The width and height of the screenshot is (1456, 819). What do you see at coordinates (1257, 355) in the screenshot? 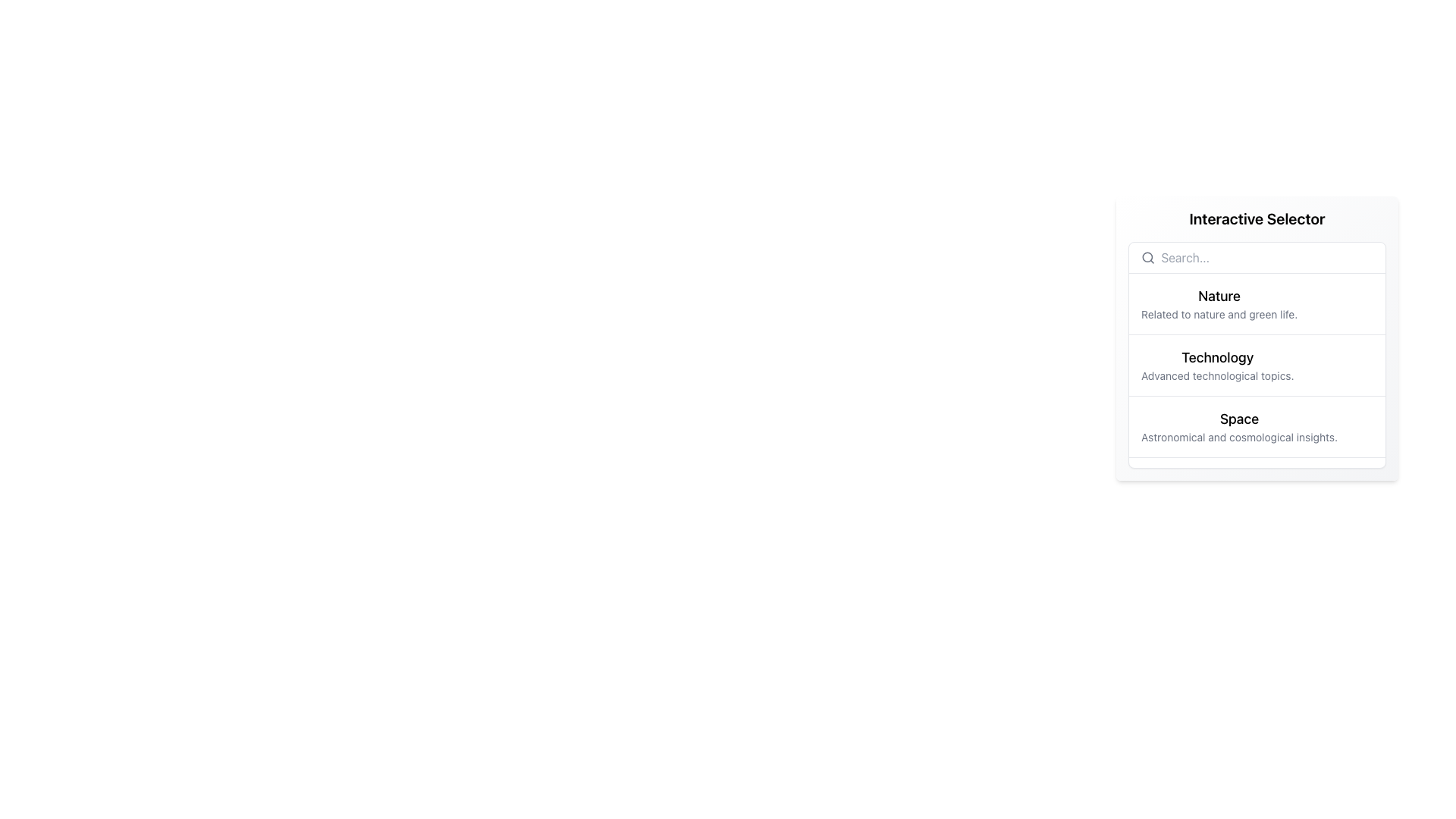
I see `the second selectable list item, which is a white rectangular section with rounded corners and shadow, located below the search input field` at bounding box center [1257, 355].